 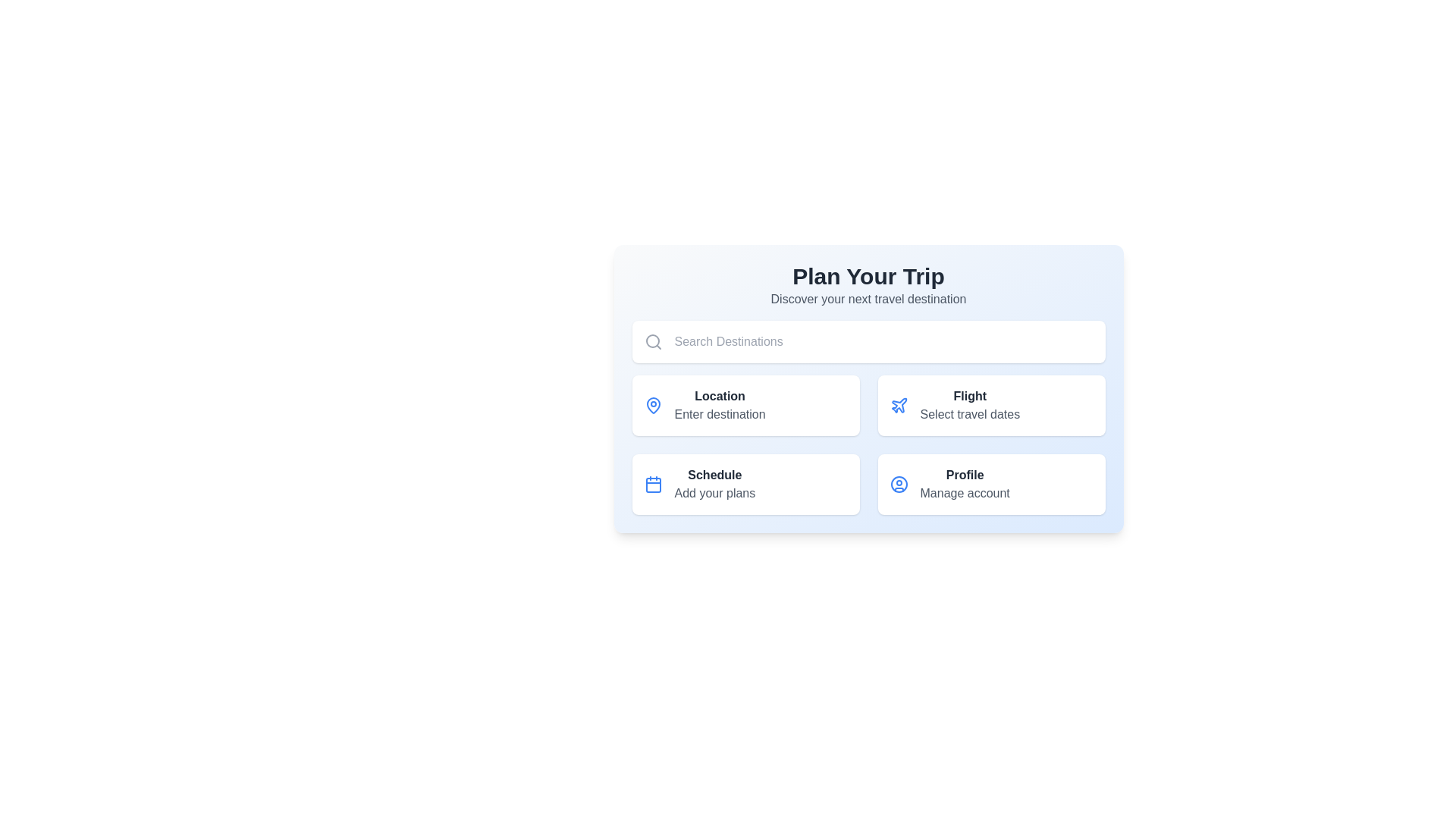 What do you see at coordinates (653, 405) in the screenshot?
I see `the map pin icon, which is located on the left side of the 'Location' label within the 'Location' card in the top left segment of the lower section of the interface` at bounding box center [653, 405].